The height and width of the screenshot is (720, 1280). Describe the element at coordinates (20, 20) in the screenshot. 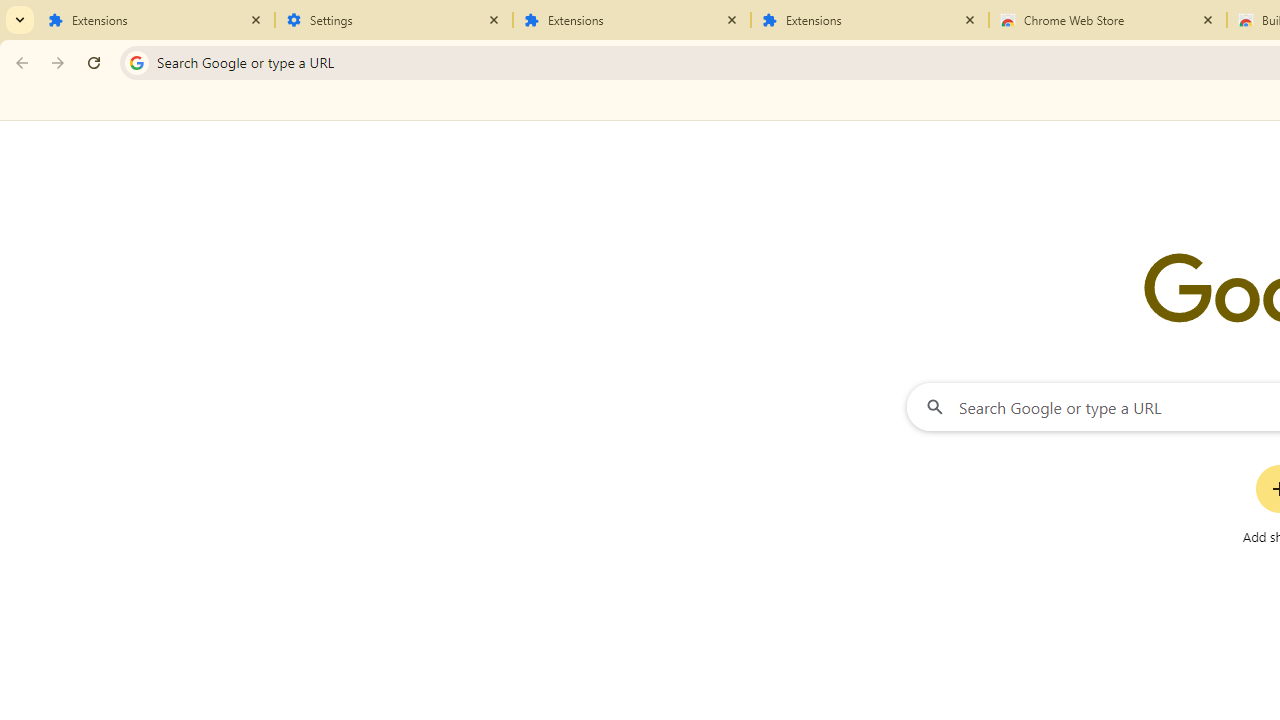

I see `'Search tabs'` at that location.